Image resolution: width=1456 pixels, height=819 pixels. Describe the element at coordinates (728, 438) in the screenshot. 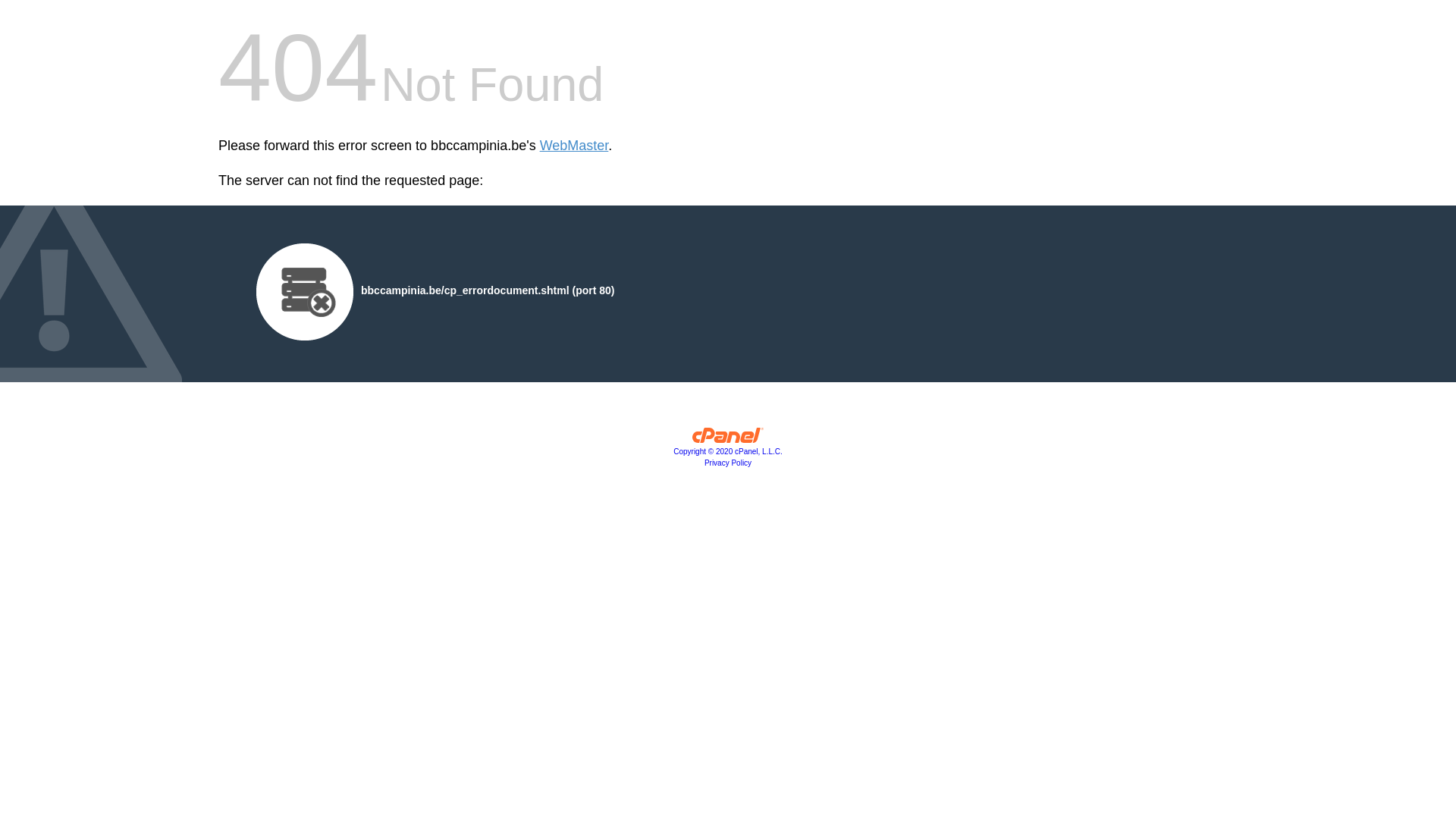

I see `'cPanel, Inc.'` at that location.